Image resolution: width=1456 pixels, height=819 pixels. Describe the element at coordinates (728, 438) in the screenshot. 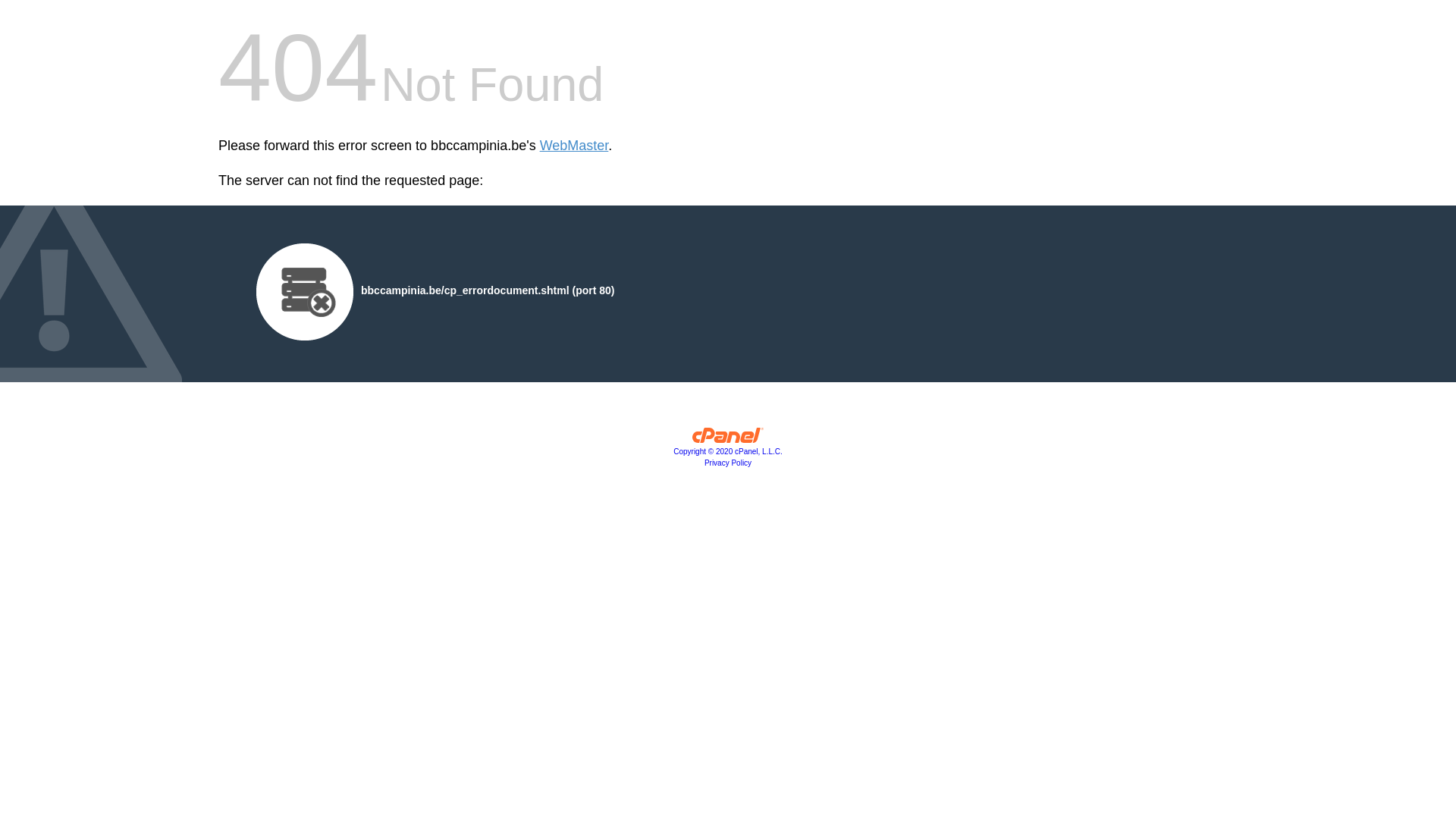

I see `'cPanel, Inc.'` at that location.